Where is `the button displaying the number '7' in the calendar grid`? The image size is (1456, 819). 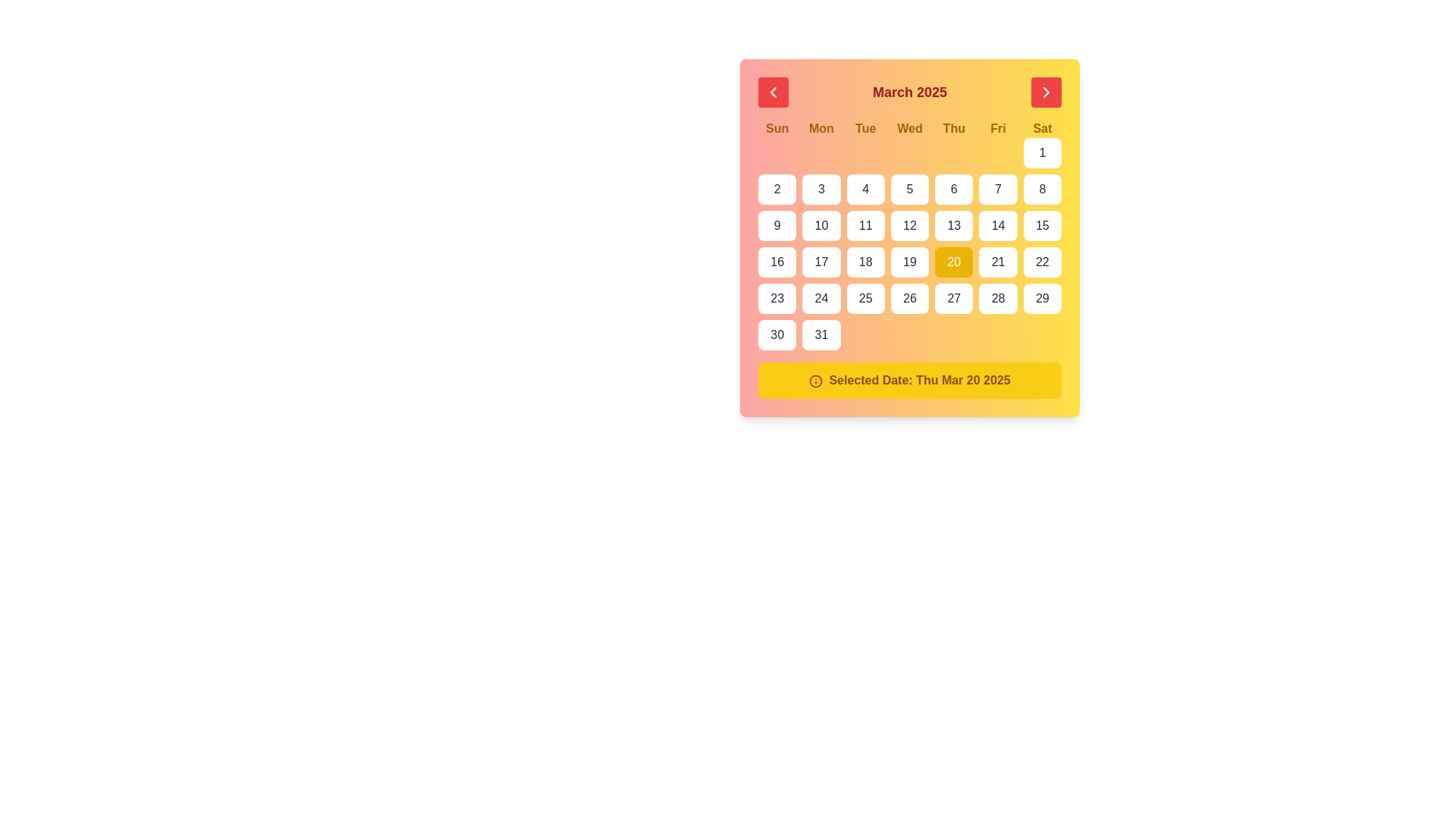 the button displaying the number '7' in the calendar grid is located at coordinates (998, 189).